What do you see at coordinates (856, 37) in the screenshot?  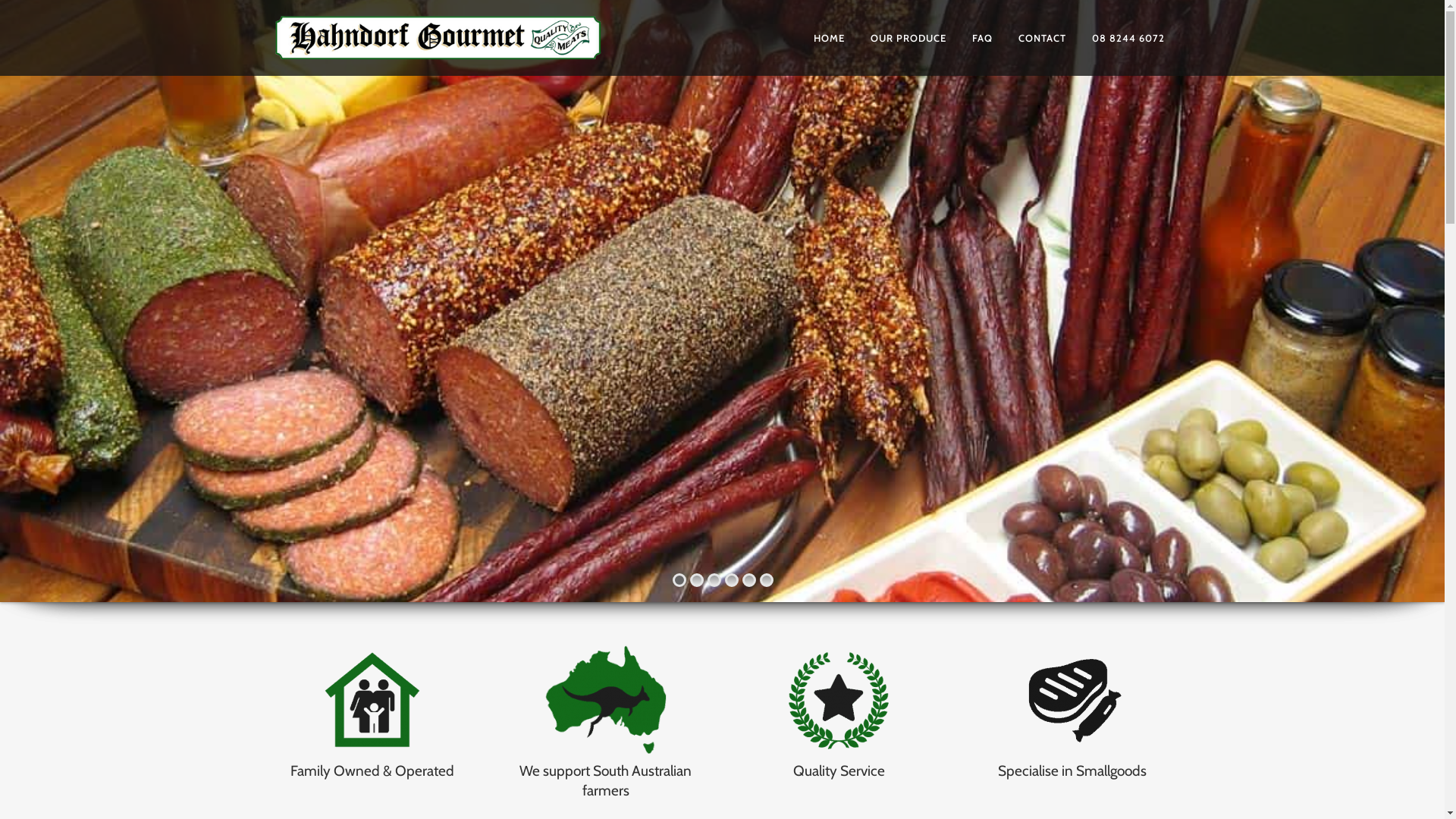 I see `'OUR PRODUCE'` at bounding box center [856, 37].